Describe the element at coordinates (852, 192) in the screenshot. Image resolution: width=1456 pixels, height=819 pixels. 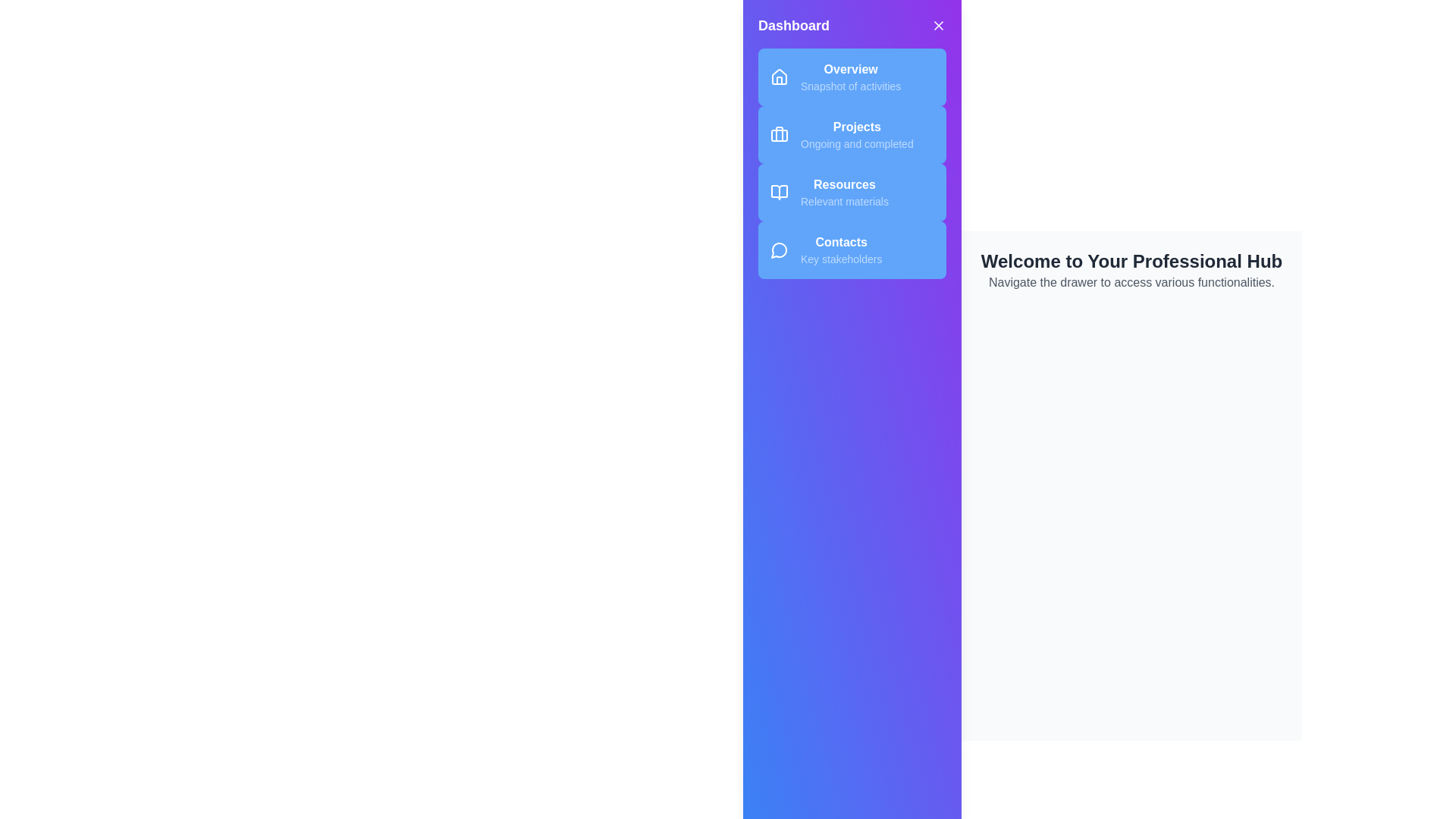
I see `the menu item labeled Resources to observe its hover effect` at that location.